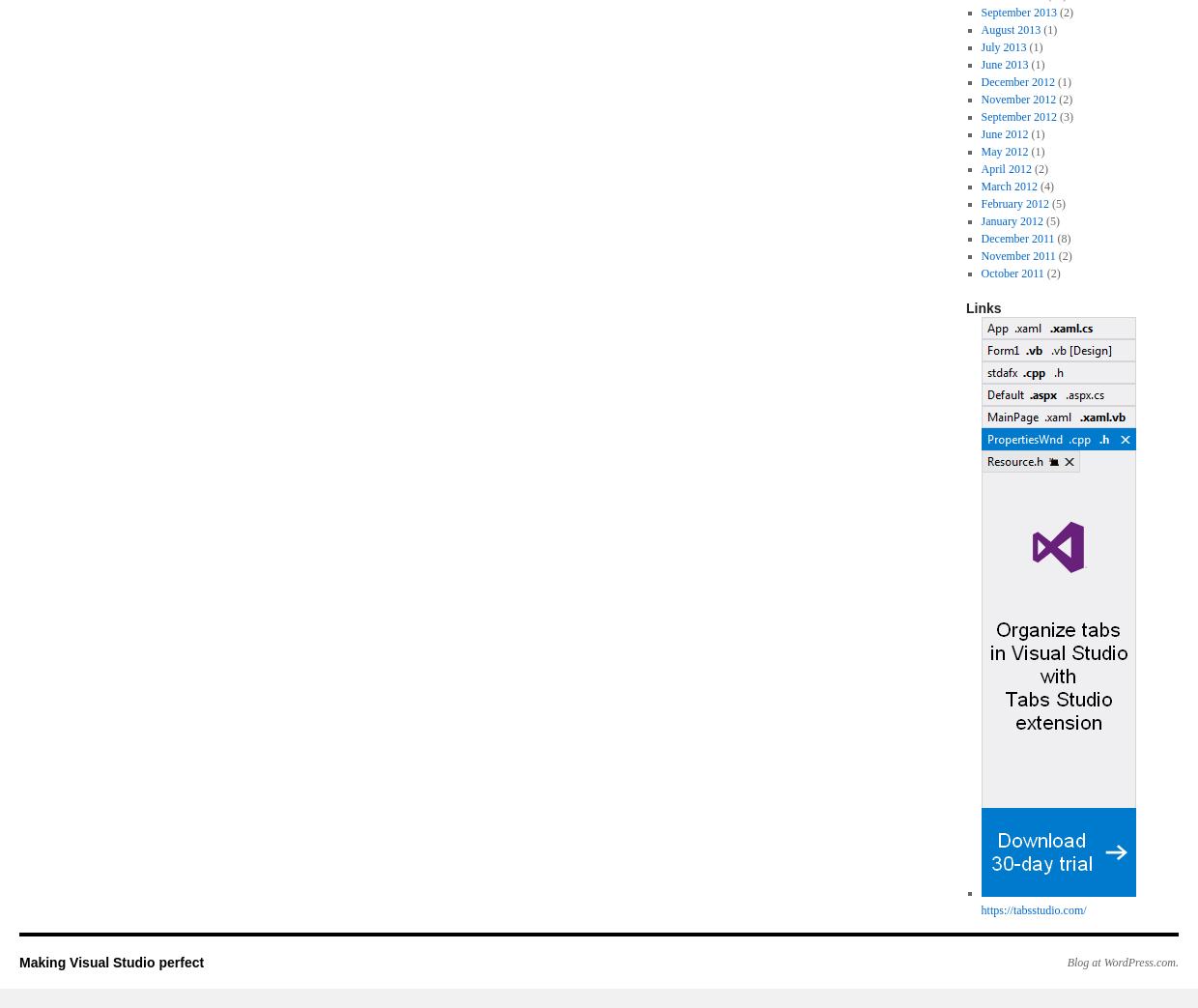  I want to click on 'September 2013', so click(980, 12).